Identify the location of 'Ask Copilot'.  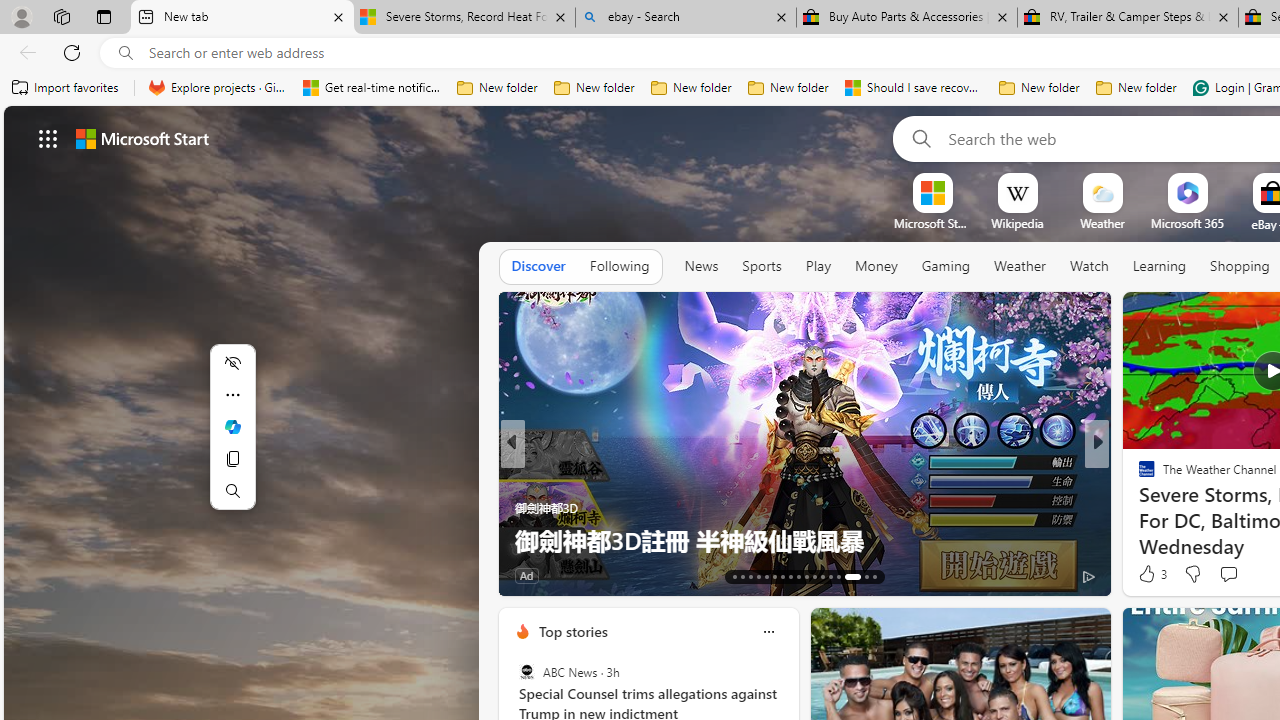
(232, 425).